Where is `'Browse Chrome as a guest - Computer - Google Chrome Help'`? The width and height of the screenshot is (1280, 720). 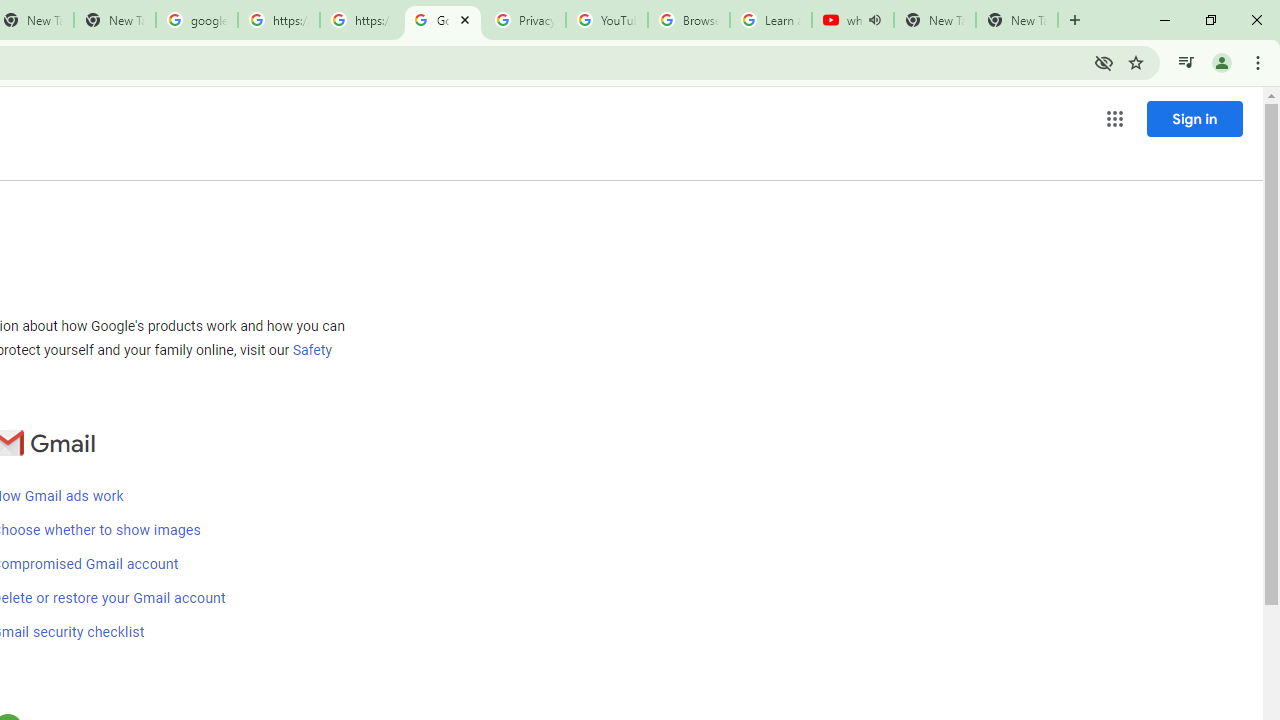 'Browse Chrome as a guest - Computer - Google Chrome Help' is located at coordinates (688, 20).